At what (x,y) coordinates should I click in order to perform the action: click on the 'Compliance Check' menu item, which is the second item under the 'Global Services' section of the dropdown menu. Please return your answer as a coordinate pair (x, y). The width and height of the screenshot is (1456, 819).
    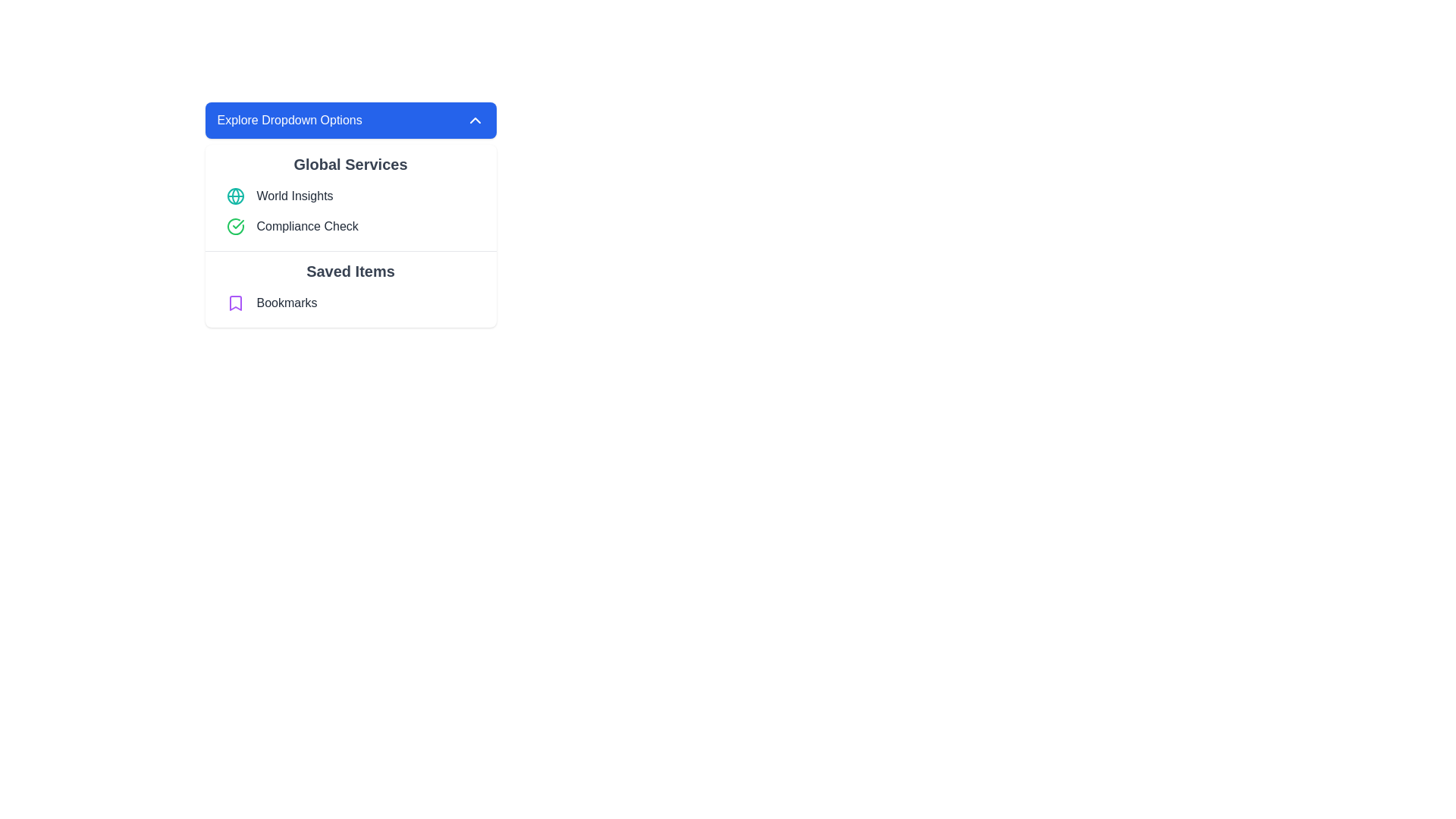
    Looking at the image, I should click on (350, 227).